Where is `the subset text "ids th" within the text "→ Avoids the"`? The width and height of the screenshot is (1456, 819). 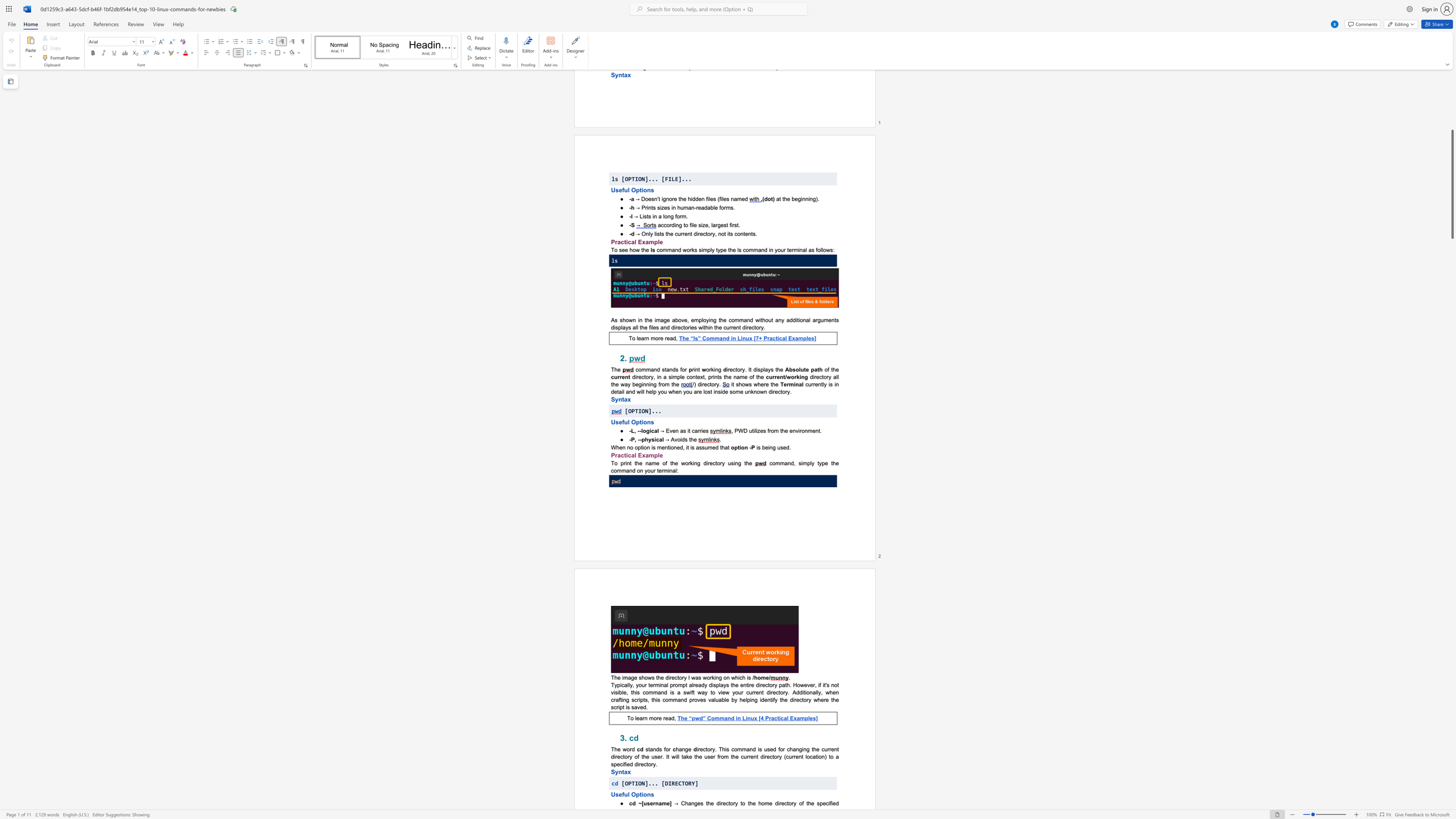
the subset text "ids th" within the text "→ Avoids the" is located at coordinates (680, 439).